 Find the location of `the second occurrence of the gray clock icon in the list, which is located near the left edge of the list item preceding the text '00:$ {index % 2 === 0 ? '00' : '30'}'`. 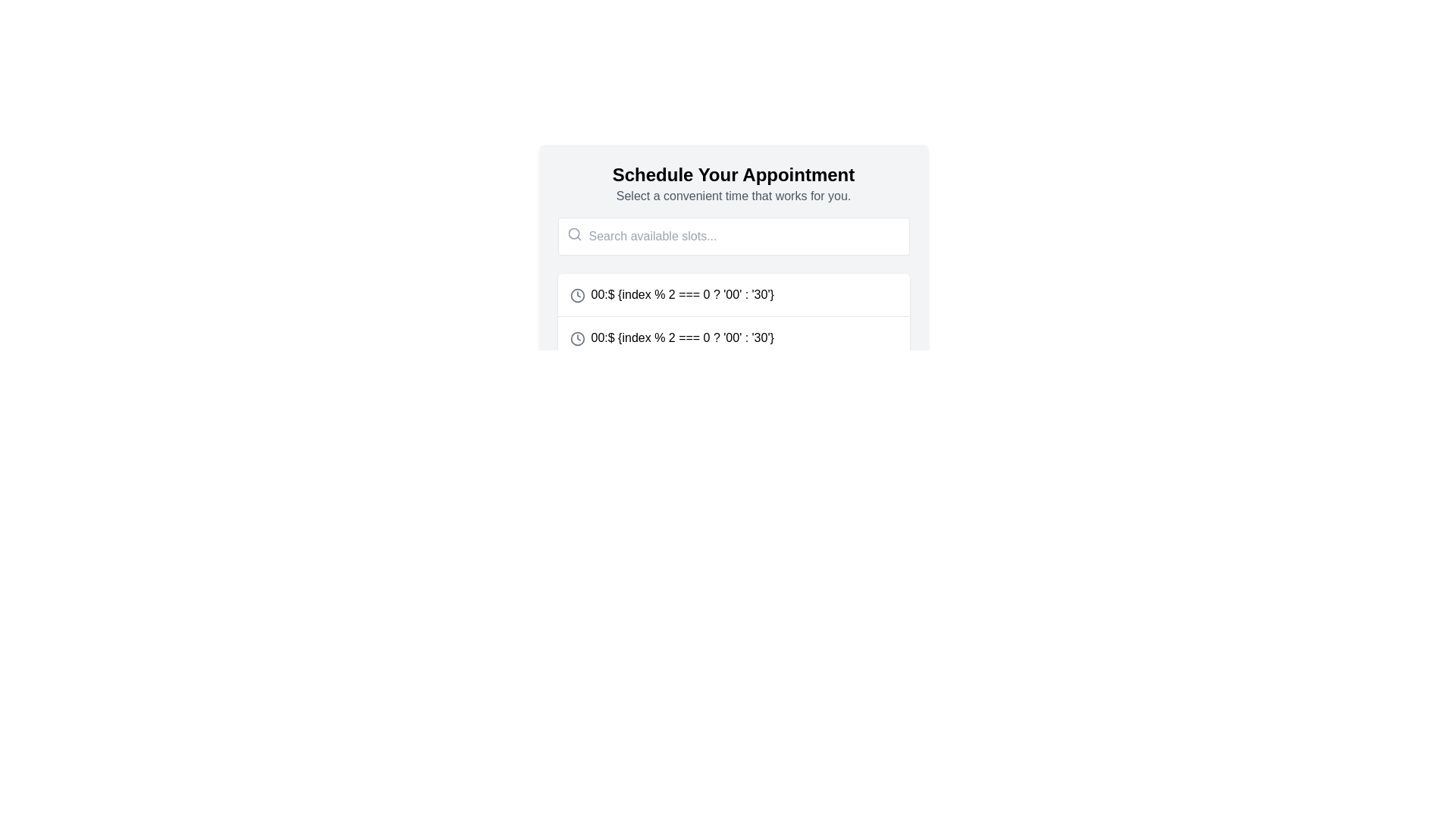

the second occurrence of the gray clock icon in the list, which is located near the left edge of the list item preceding the text '00:$ {index % 2 === 0 ? '00' : '30'}' is located at coordinates (576, 337).